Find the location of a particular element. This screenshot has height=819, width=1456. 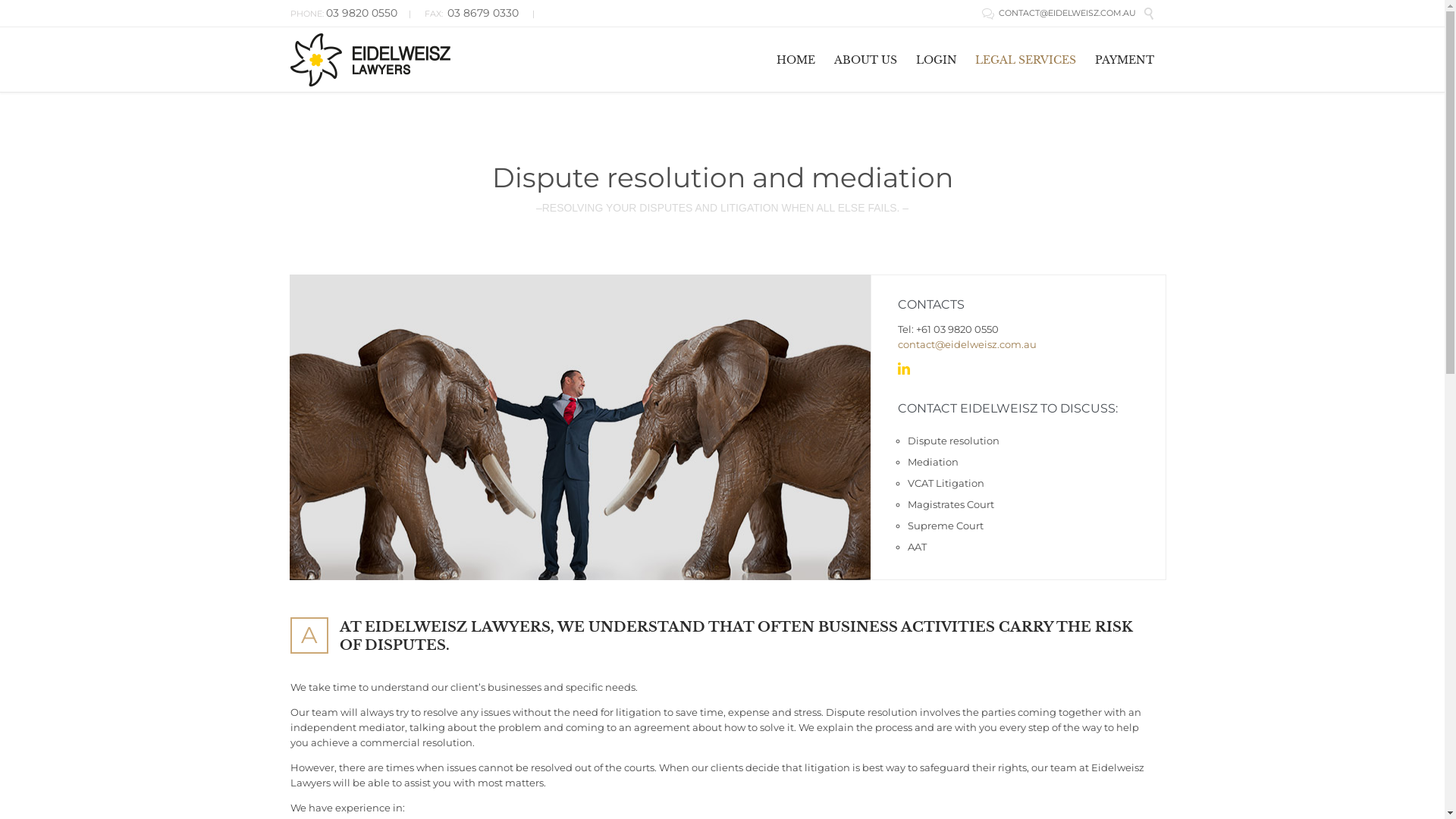

'03 9820 0550' is located at coordinates (360, 14).